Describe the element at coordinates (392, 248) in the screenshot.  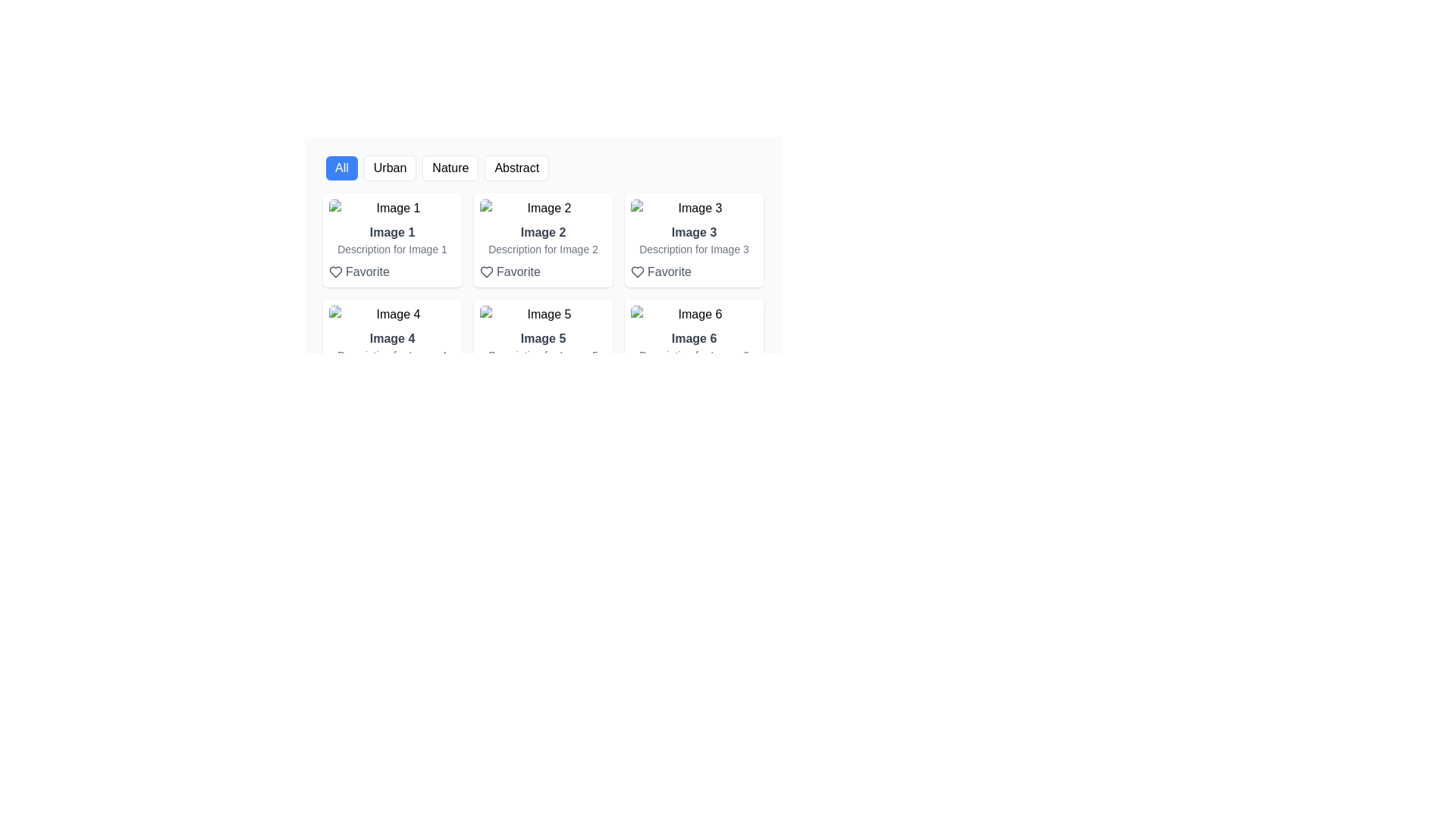
I see `the text label that provides a brief description or subtitle for the image displayed in the card, located below the title 'Image 1' and above the 'Favorite' action in the first card of the grid` at that location.